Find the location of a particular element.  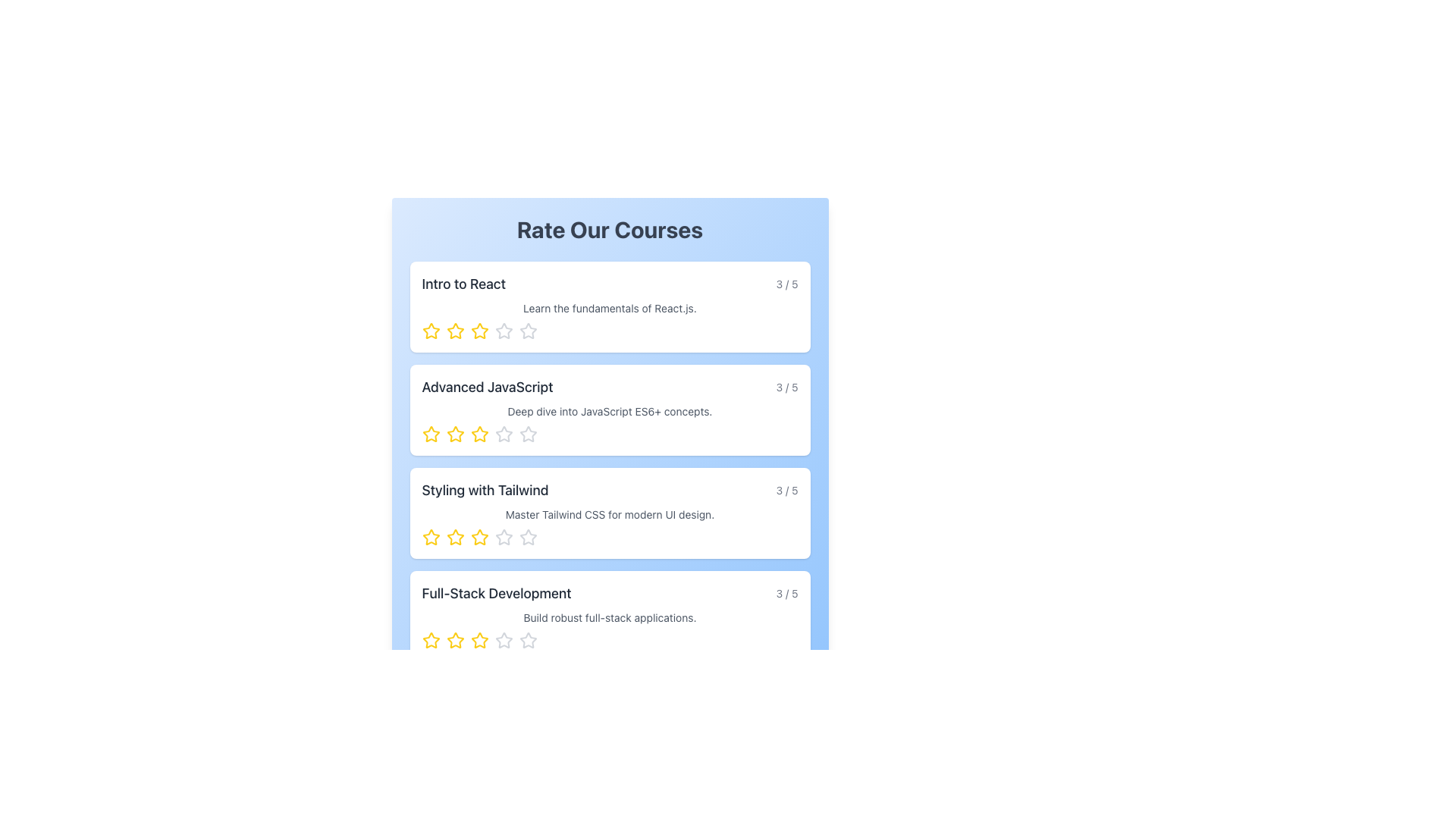

the highlighted yellow star icon, which is the third star in the rating system for the 'Advanced JavaScript' course, to provide a rating is located at coordinates (479, 435).